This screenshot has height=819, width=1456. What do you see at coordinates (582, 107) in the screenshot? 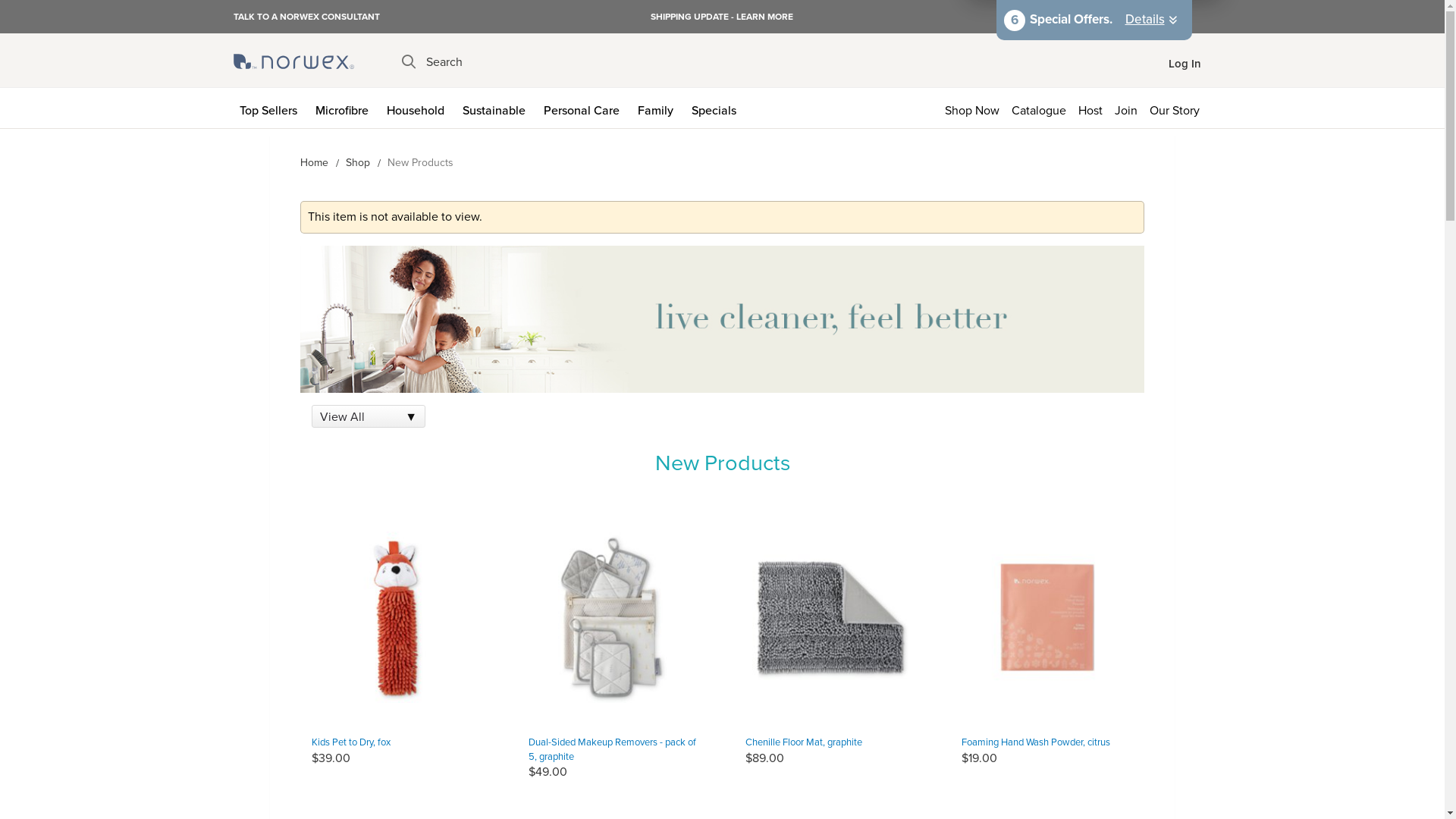
I see `'Personal Care'` at bounding box center [582, 107].